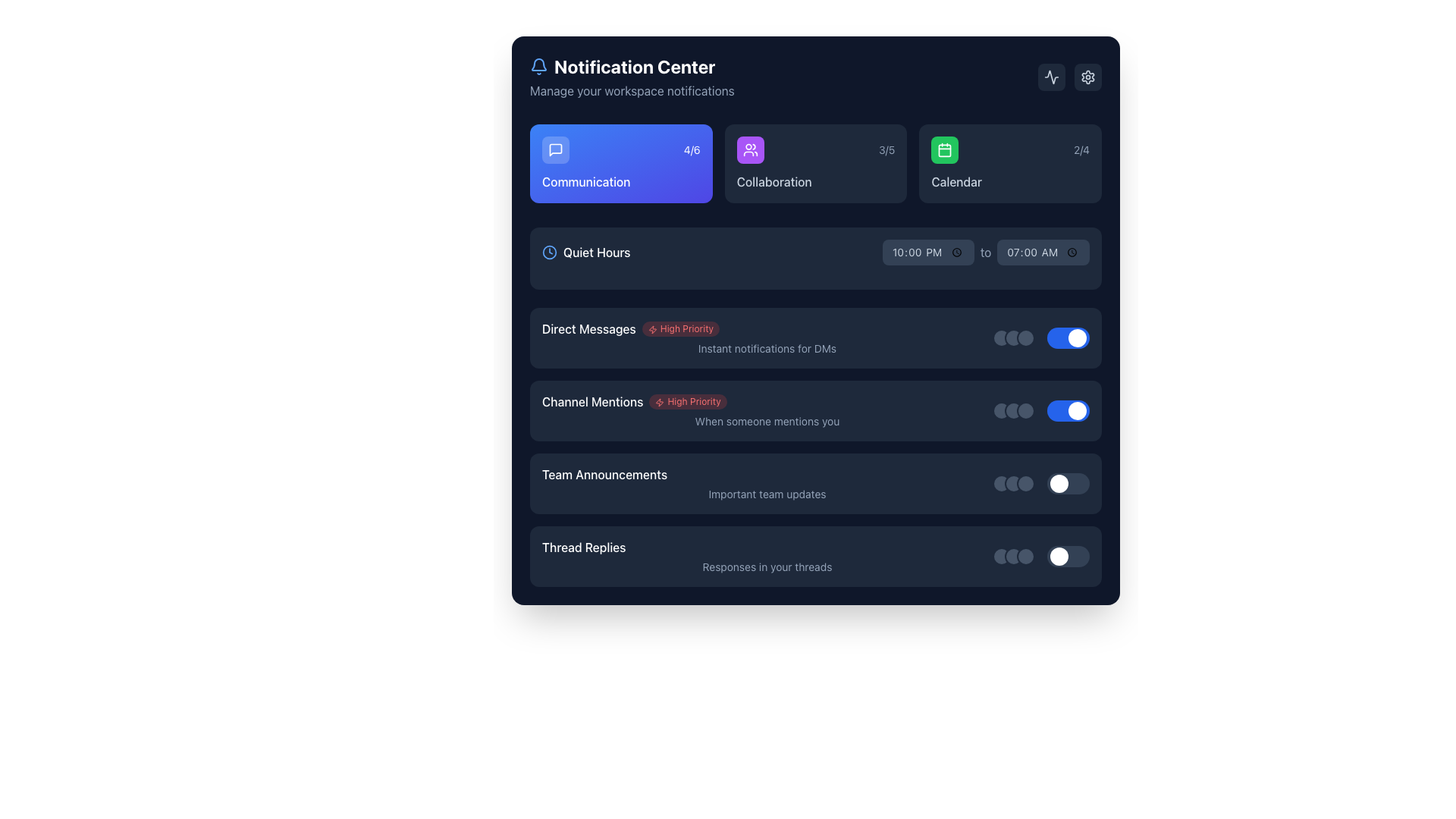 The image size is (1456, 819). What do you see at coordinates (621, 180) in the screenshot?
I see `the text label that displays the word 'Communication' in a white bold font against a gradient blue background, which is located within a card in the top section of the page, directly below the '4/6' statistic` at bounding box center [621, 180].